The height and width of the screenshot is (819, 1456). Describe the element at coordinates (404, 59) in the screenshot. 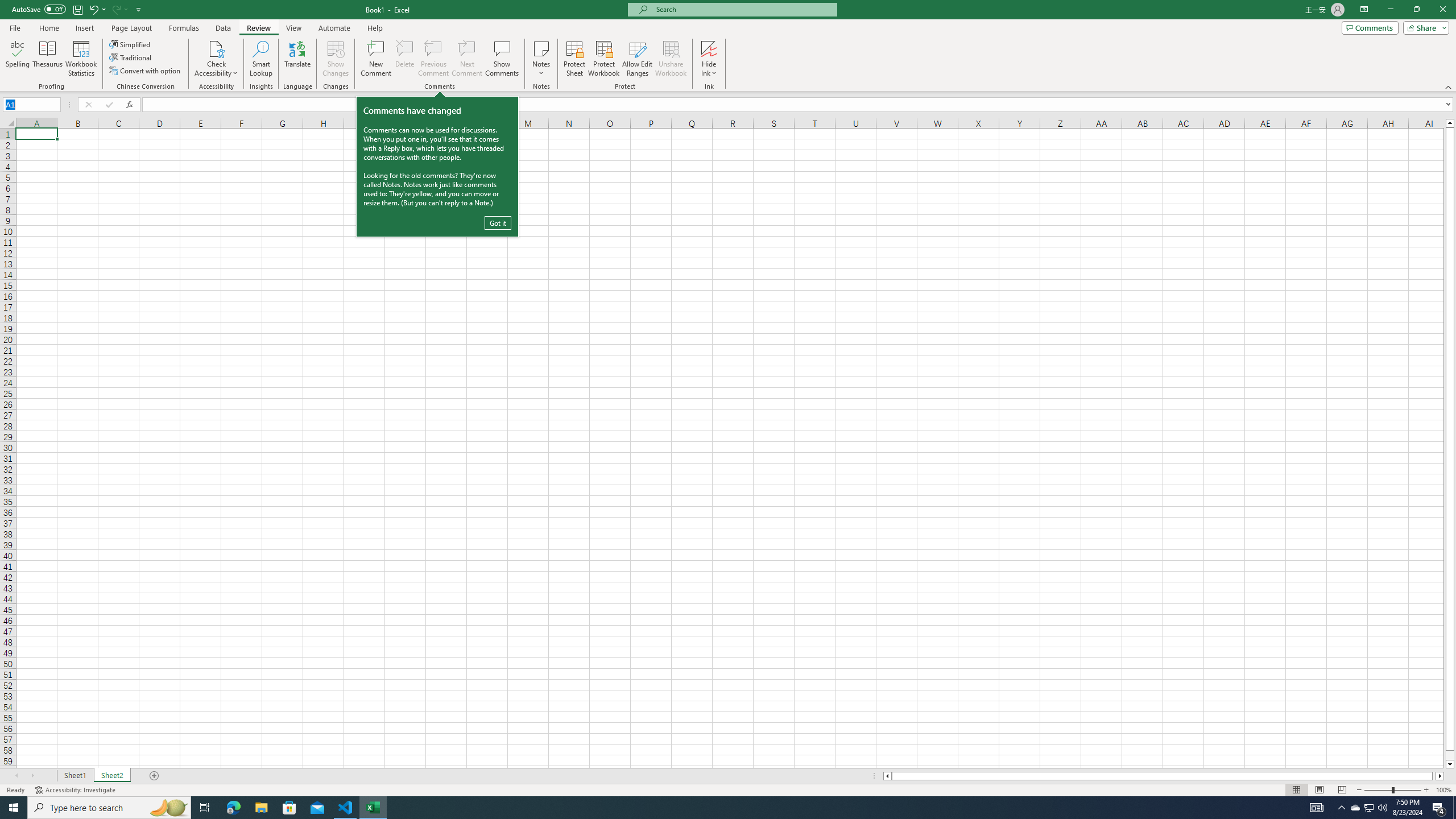

I see `'Delete'` at that location.